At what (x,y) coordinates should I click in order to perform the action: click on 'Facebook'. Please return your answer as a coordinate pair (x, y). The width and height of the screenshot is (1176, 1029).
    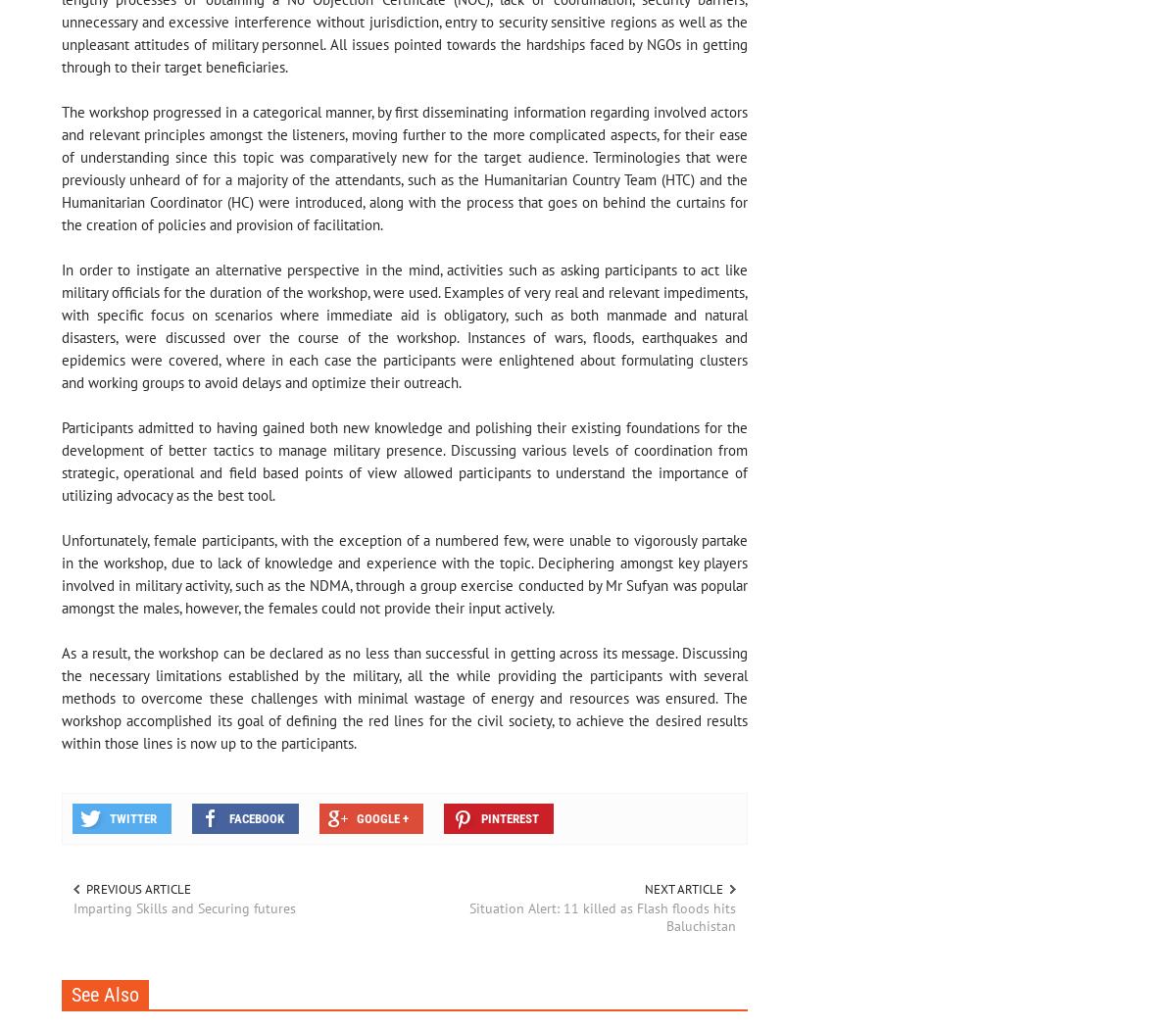
    Looking at the image, I should click on (255, 817).